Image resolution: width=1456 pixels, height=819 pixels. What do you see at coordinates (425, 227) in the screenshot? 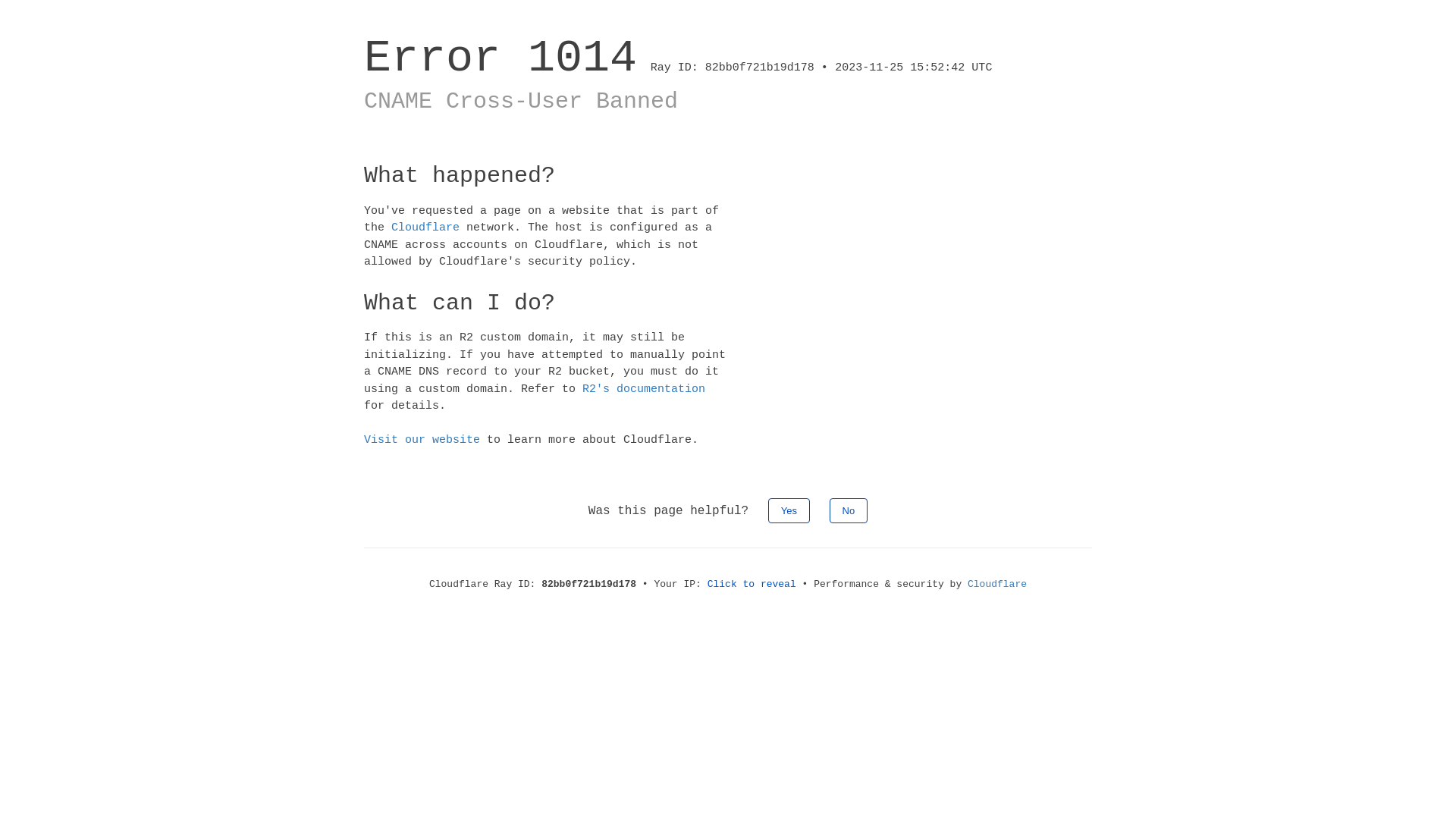
I see `'Cloudflare'` at bounding box center [425, 227].